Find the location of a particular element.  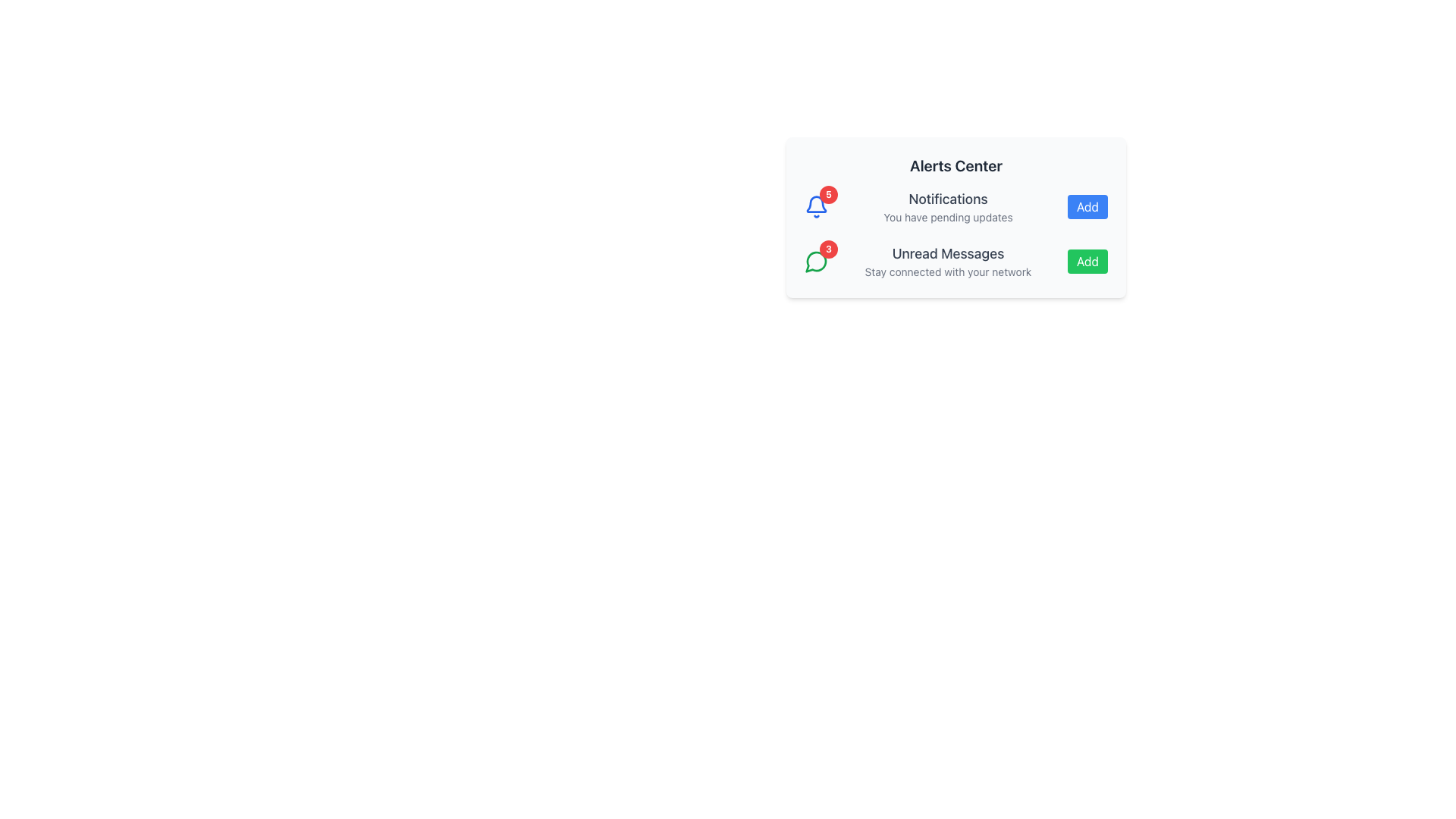

the 'Notifications' text label in the 'Alerts Center' card layout, which is styled in gray and positioned to the right of the bell icon is located at coordinates (947, 198).